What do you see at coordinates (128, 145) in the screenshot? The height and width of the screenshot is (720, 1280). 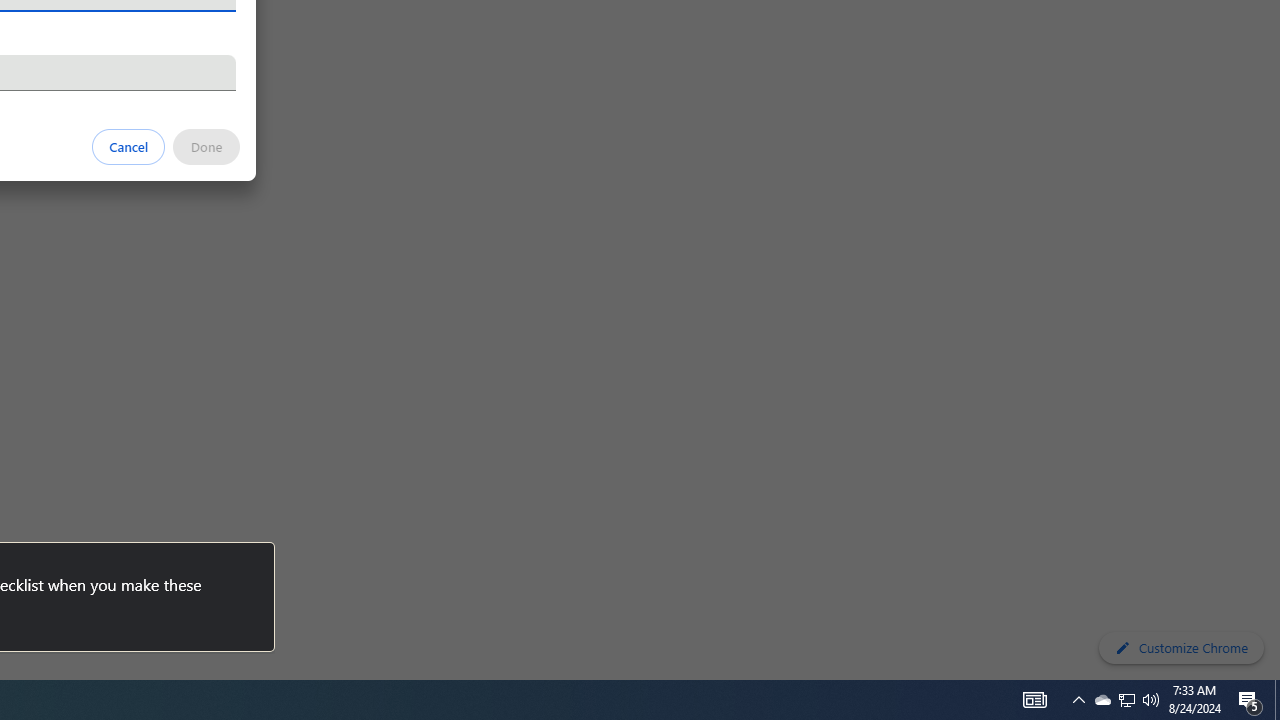 I see `'Cancel'` at bounding box center [128, 145].